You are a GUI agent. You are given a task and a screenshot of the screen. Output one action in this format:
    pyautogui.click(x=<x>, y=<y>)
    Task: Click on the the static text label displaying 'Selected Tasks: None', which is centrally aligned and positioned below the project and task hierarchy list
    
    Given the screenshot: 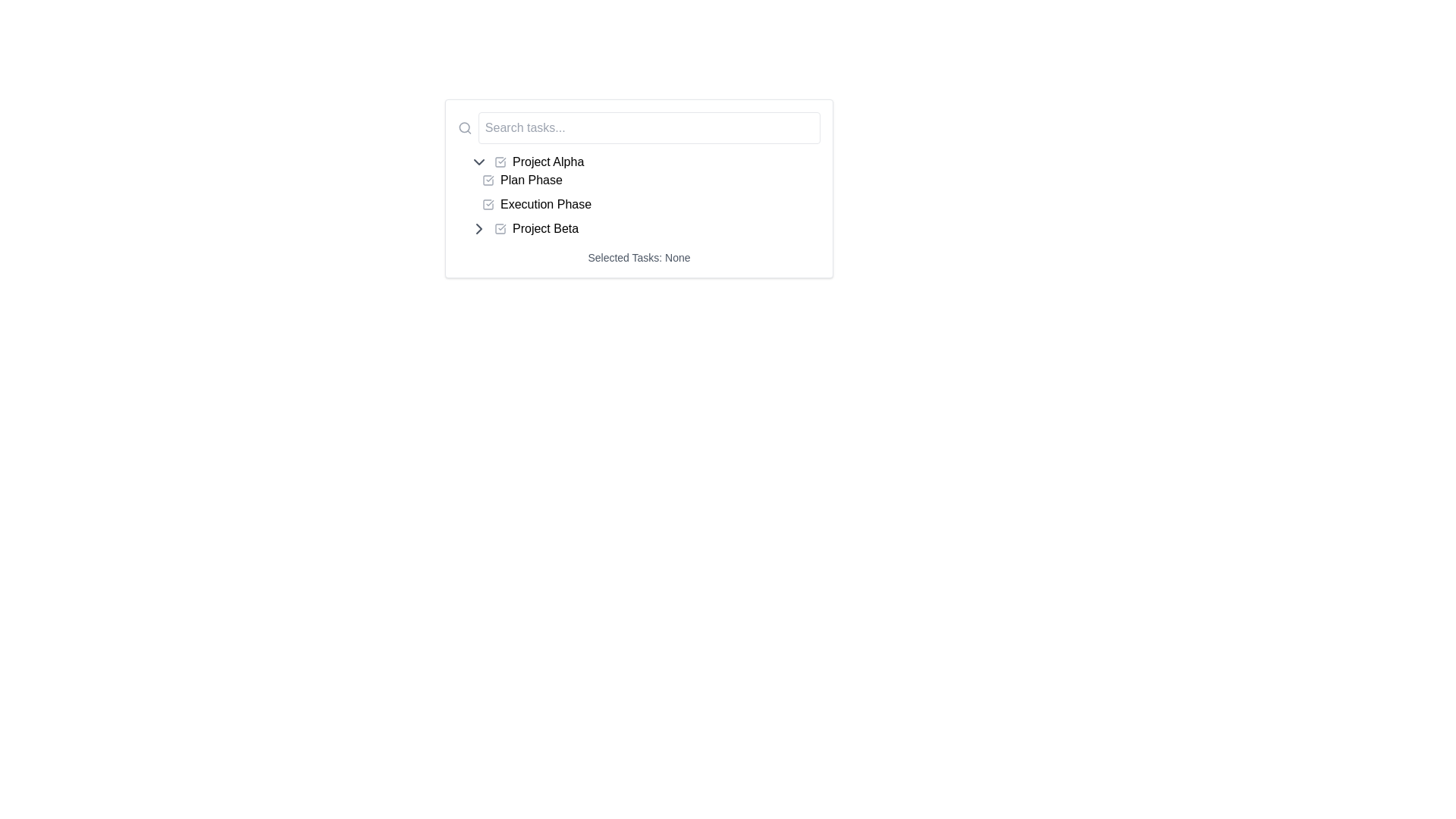 What is the action you would take?
    pyautogui.click(x=639, y=256)
    